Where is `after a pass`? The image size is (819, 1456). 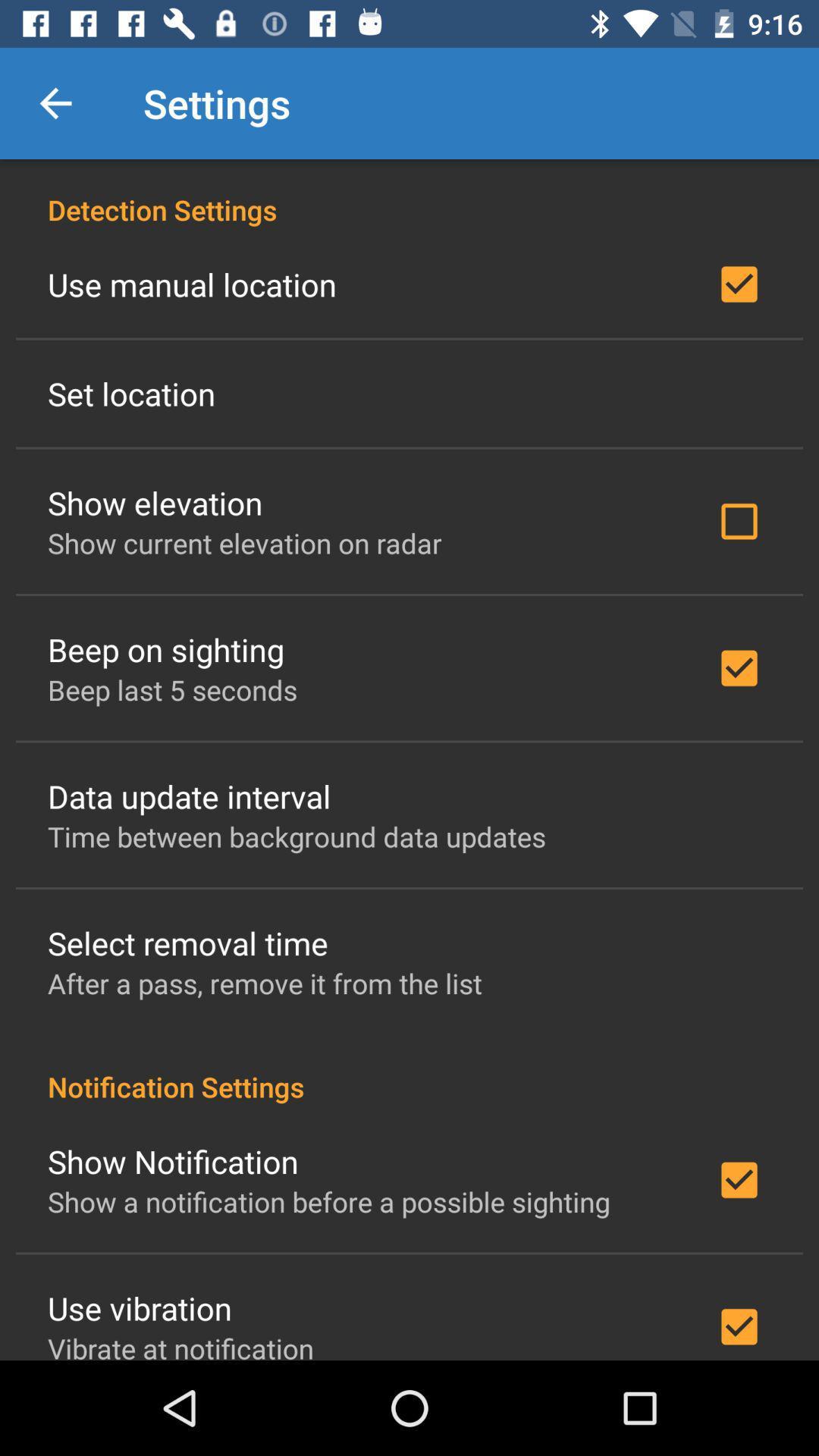 after a pass is located at coordinates (264, 983).